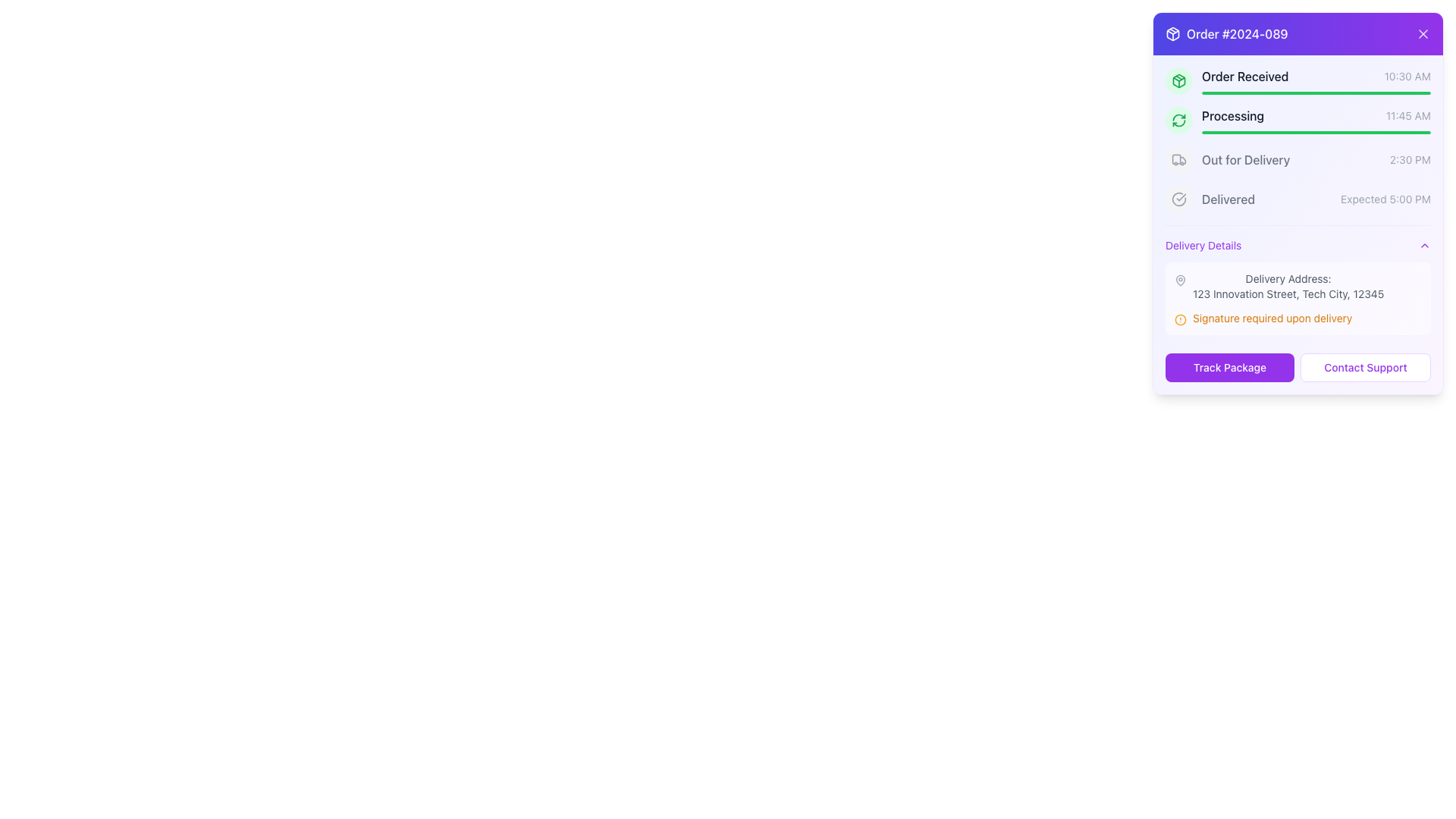  I want to click on the Static text label displaying the address '123 Innovation Street, Tech City, 12345' within the 'Delivery Details' section, so click(1288, 294).